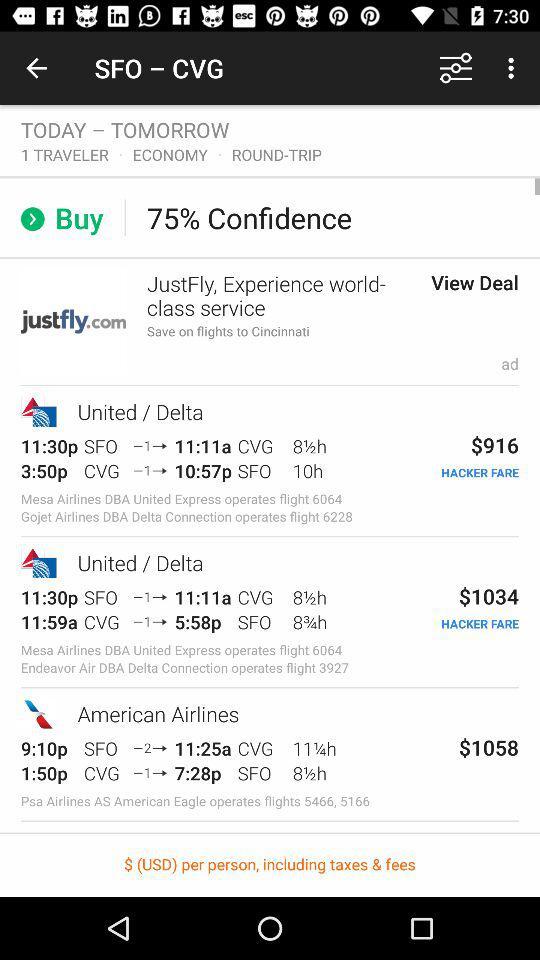  What do you see at coordinates (270, 864) in the screenshot?
I see `the usd per person item` at bounding box center [270, 864].